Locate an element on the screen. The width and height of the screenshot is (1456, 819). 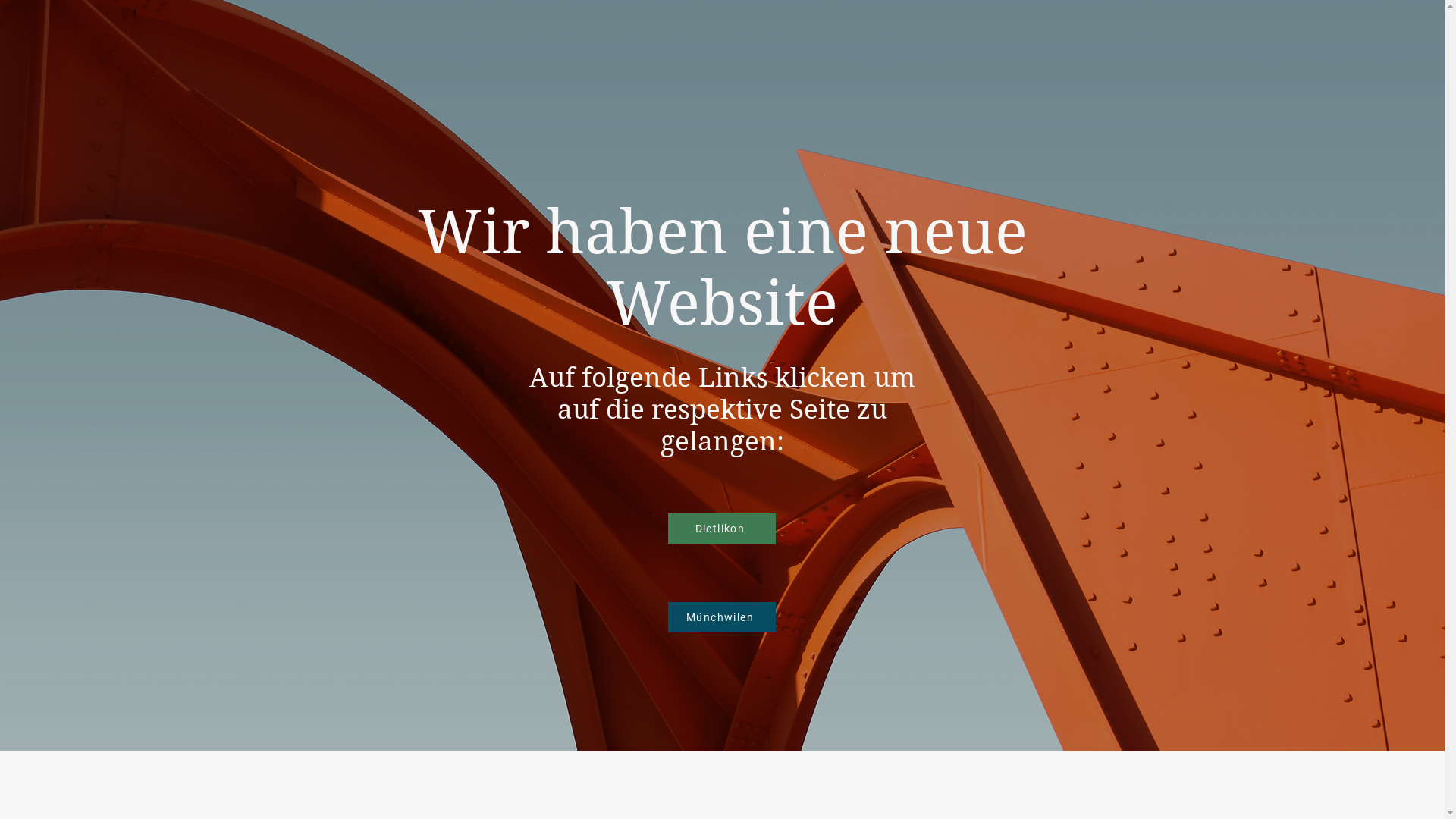
'Dietlikon' is located at coordinates (720, 528).